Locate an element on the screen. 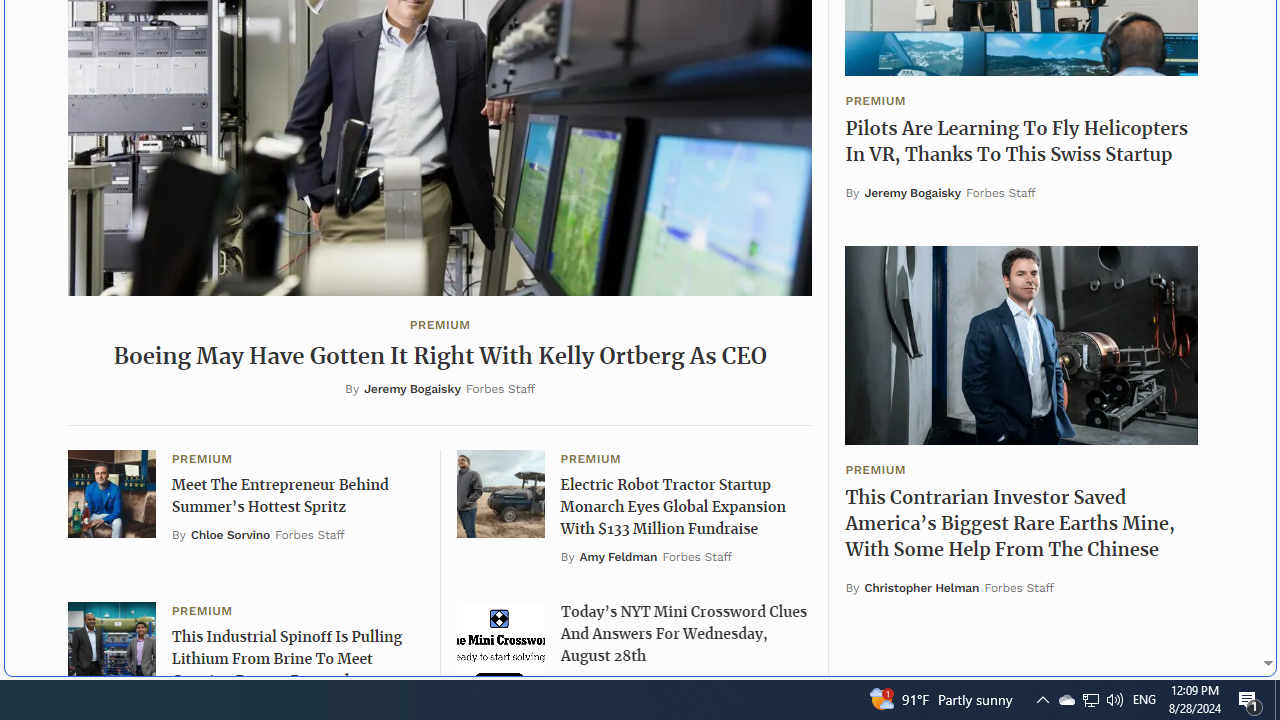  'Christopher Helman' is located at coordinates (921, 586).